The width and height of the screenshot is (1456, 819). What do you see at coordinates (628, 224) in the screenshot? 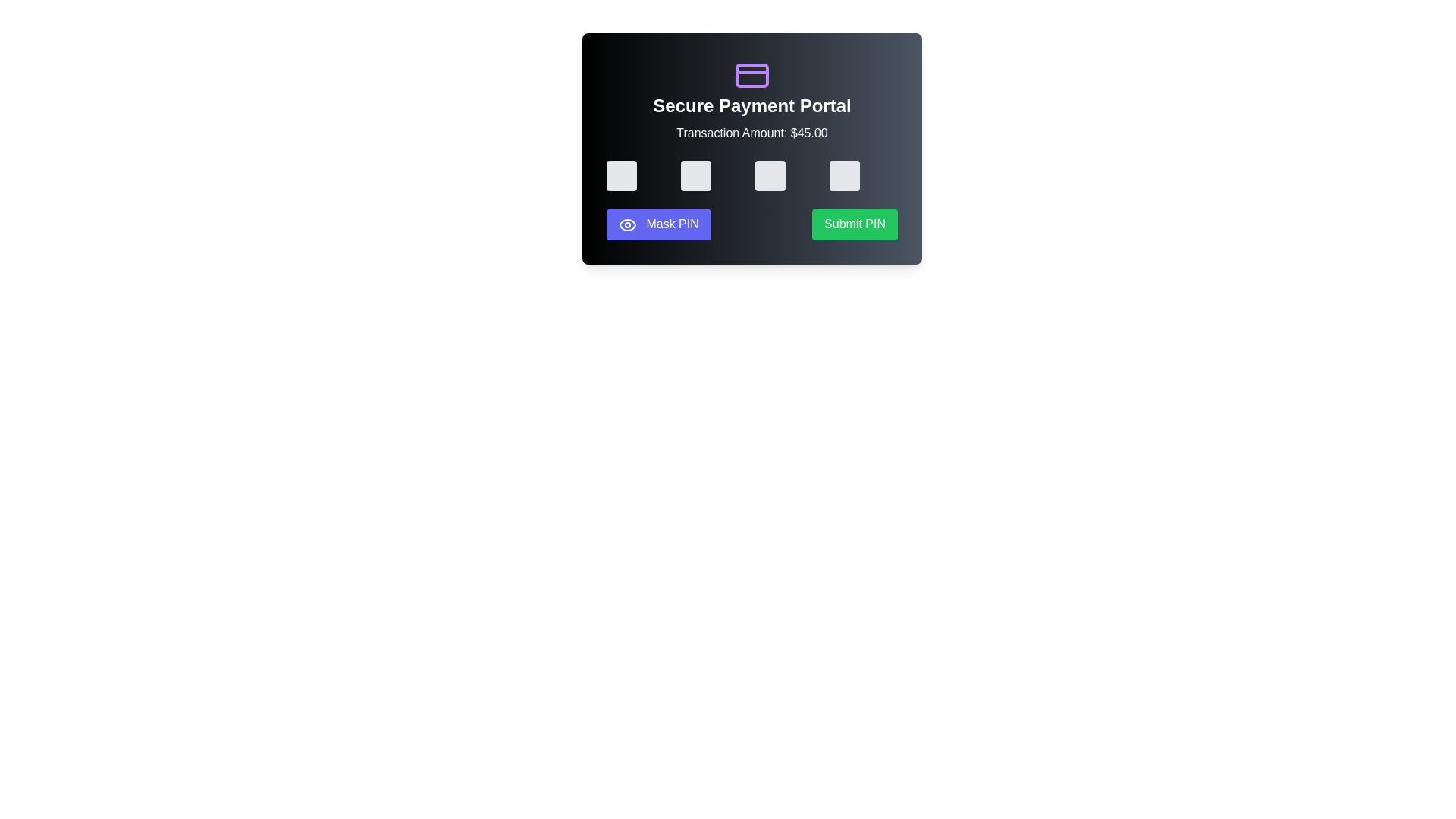
I see `the eye icon graphical representation in the Secure Payment Portal for visual feedback` at bounding box center [628, 224].